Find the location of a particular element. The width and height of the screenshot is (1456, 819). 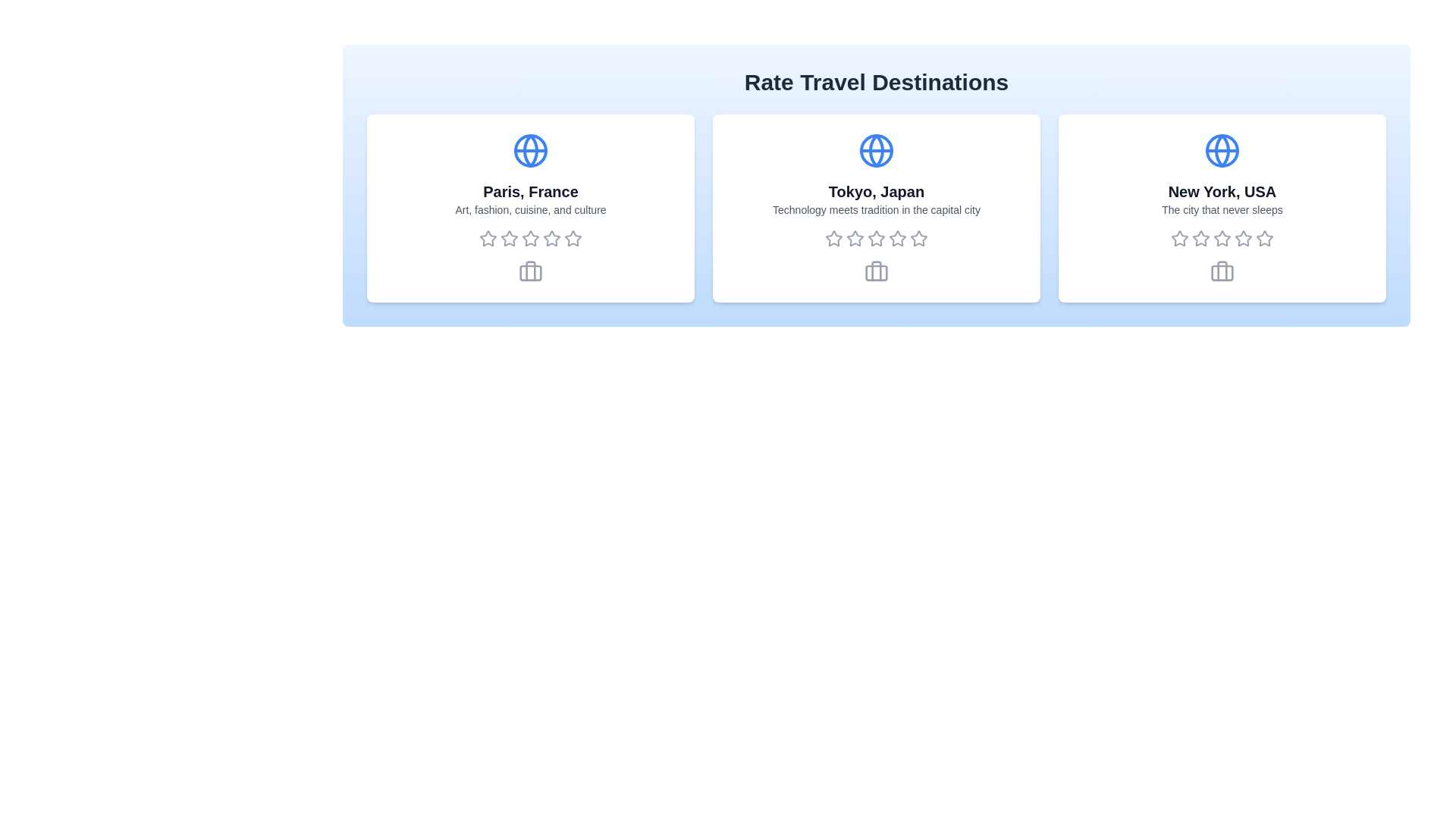

the star corresponding to 2 stars to preview the rating is located at coordinates (510, 239).